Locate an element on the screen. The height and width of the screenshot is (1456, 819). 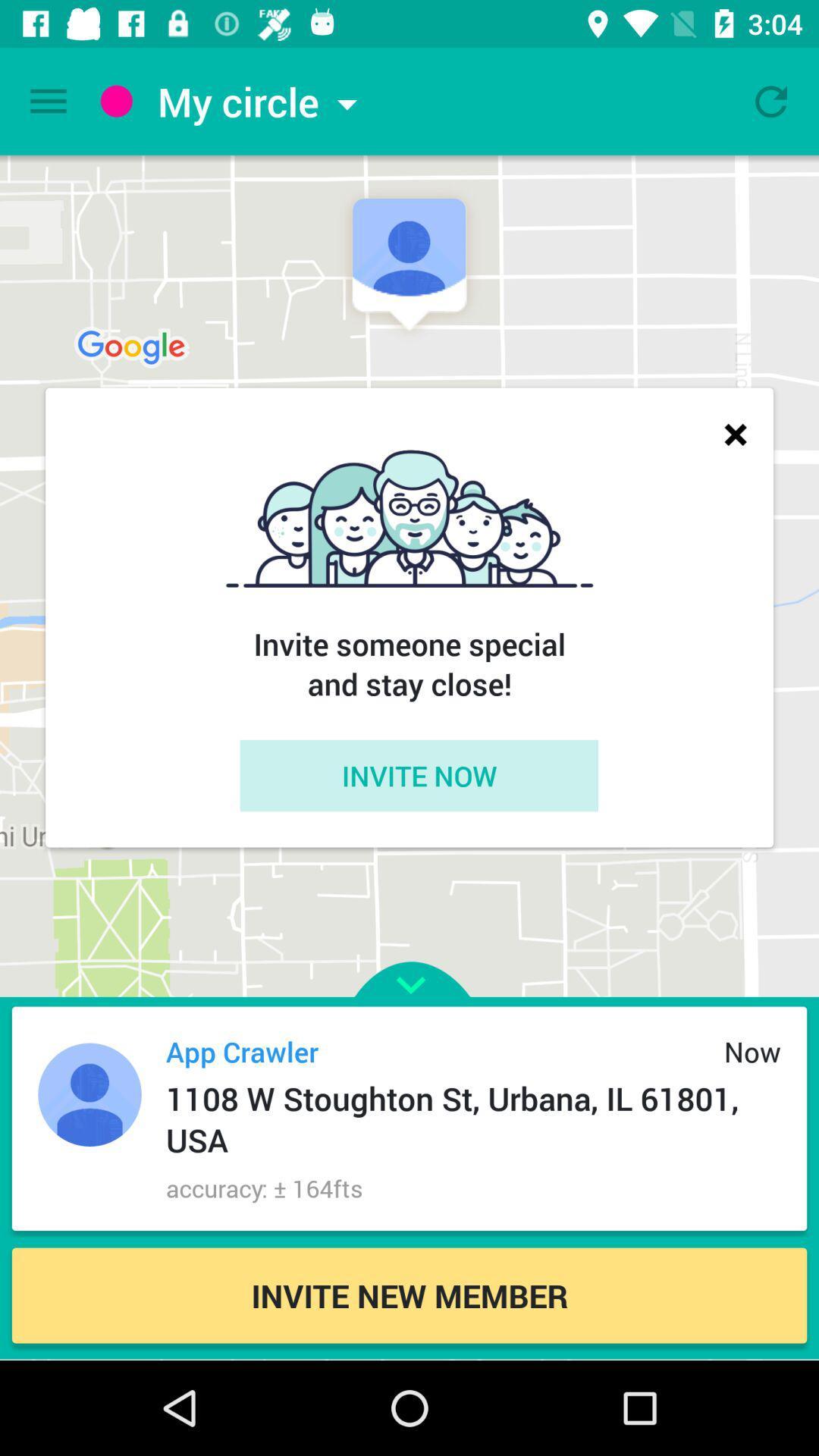
cloes is located at coordinates (734, 433).